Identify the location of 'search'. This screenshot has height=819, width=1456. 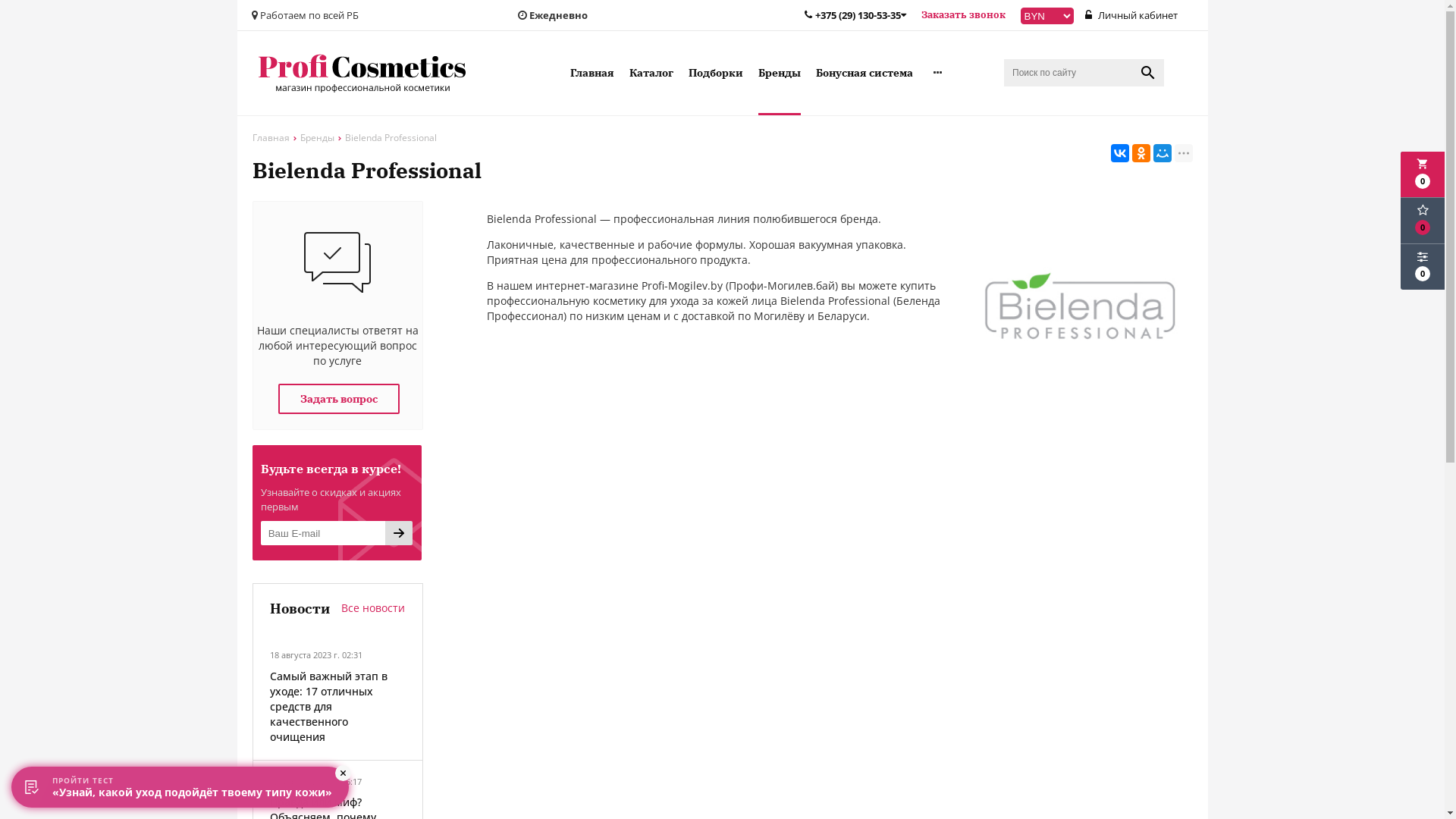
(1147, 73).